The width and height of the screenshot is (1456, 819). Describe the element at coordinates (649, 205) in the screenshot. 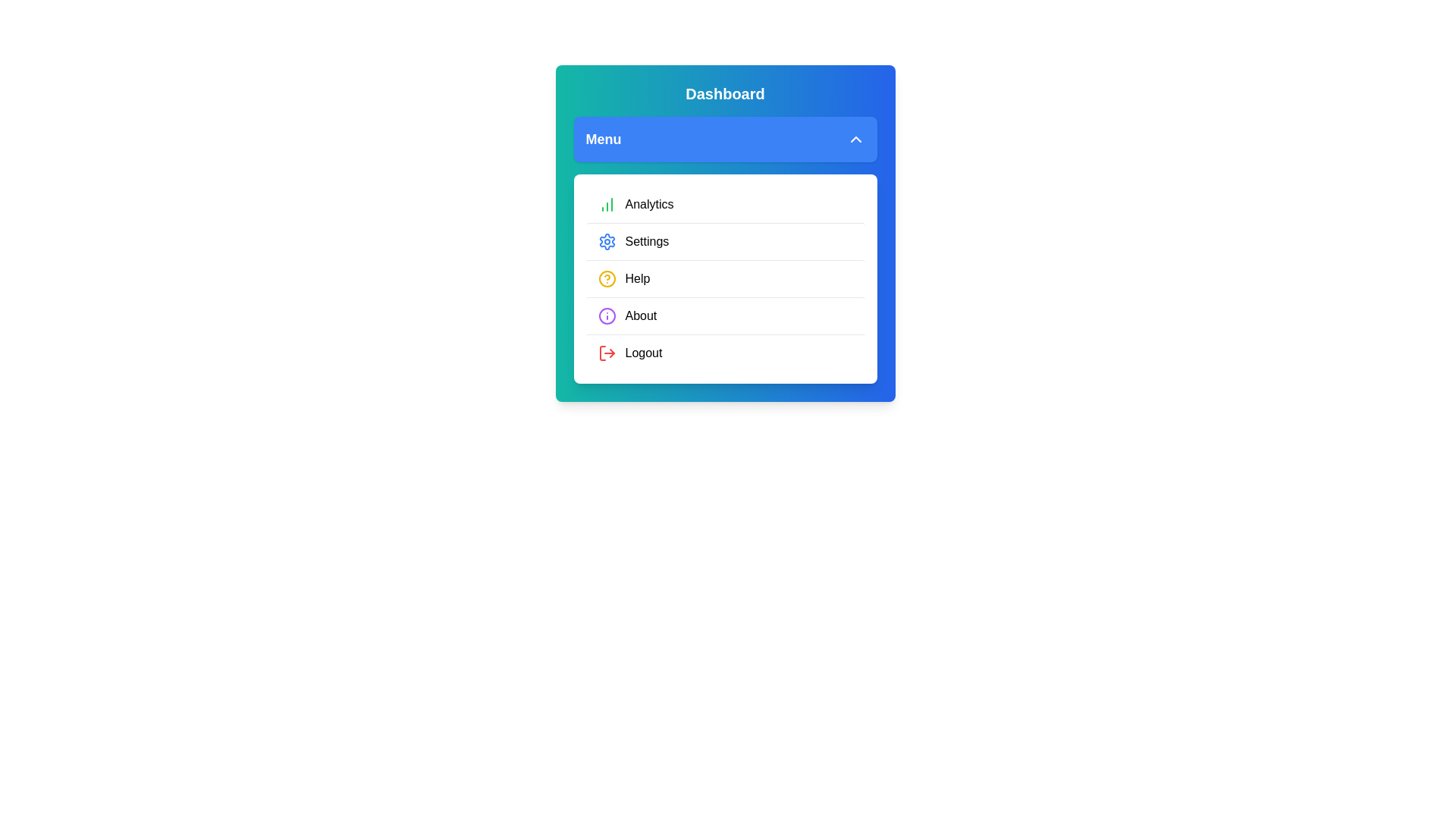

I see `the label text in the vertical menu list that leads to the analytics section, located next to the green chart icon` at that location.